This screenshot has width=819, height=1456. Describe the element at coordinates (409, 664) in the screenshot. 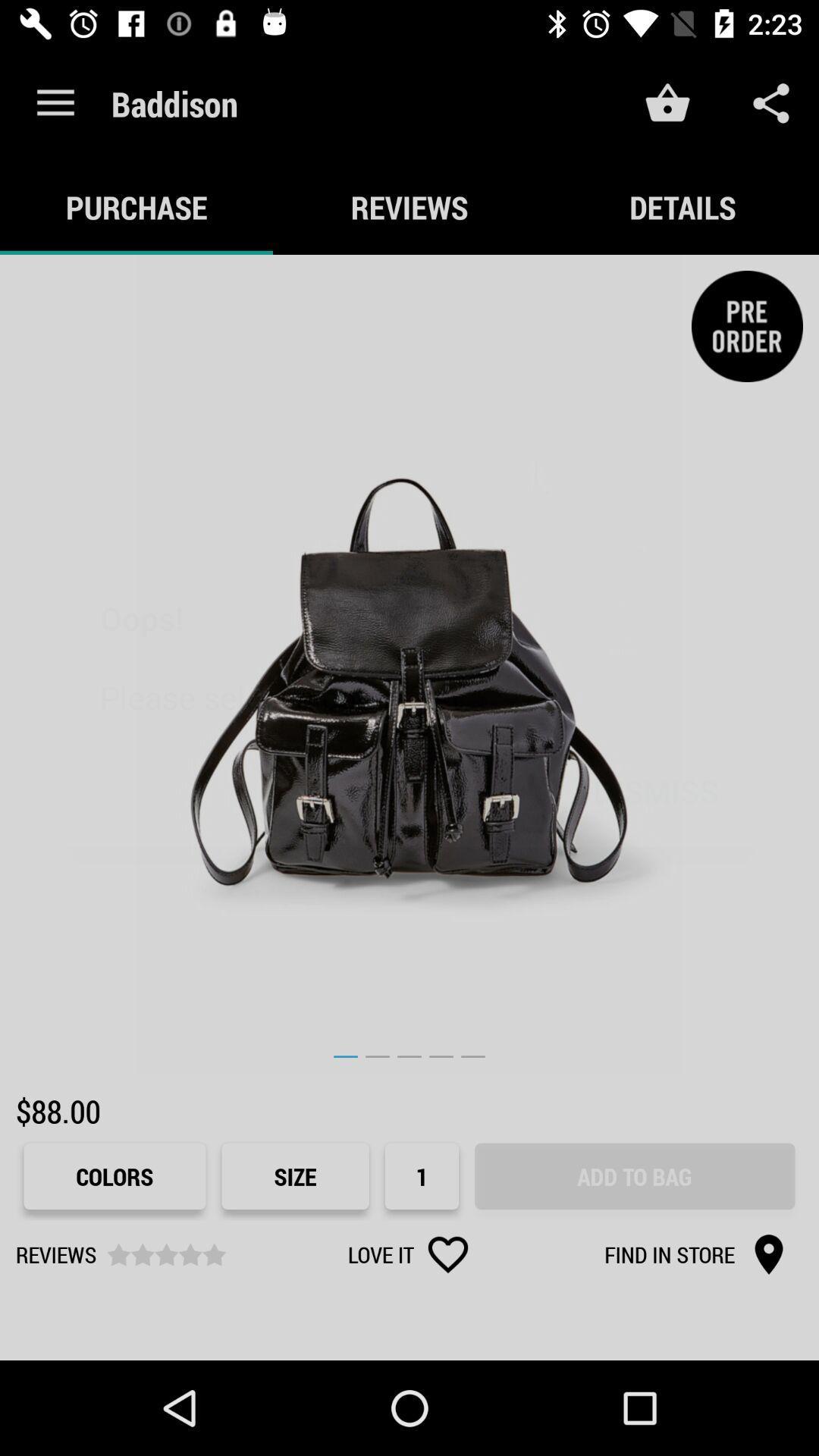

I see `see the image` at that location.